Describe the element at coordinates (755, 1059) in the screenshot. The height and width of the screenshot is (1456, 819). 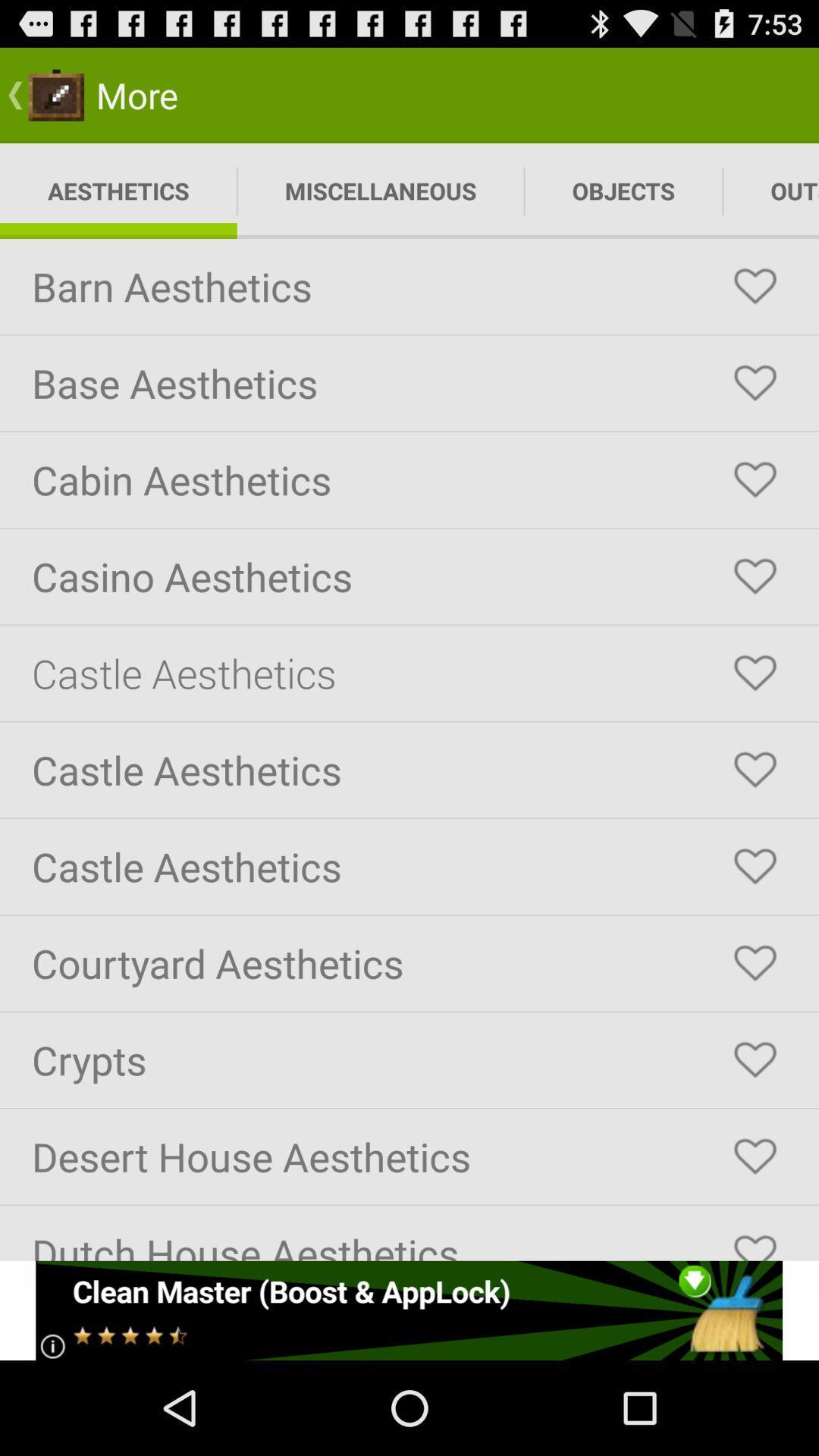
I see `autoplay option` at that location.